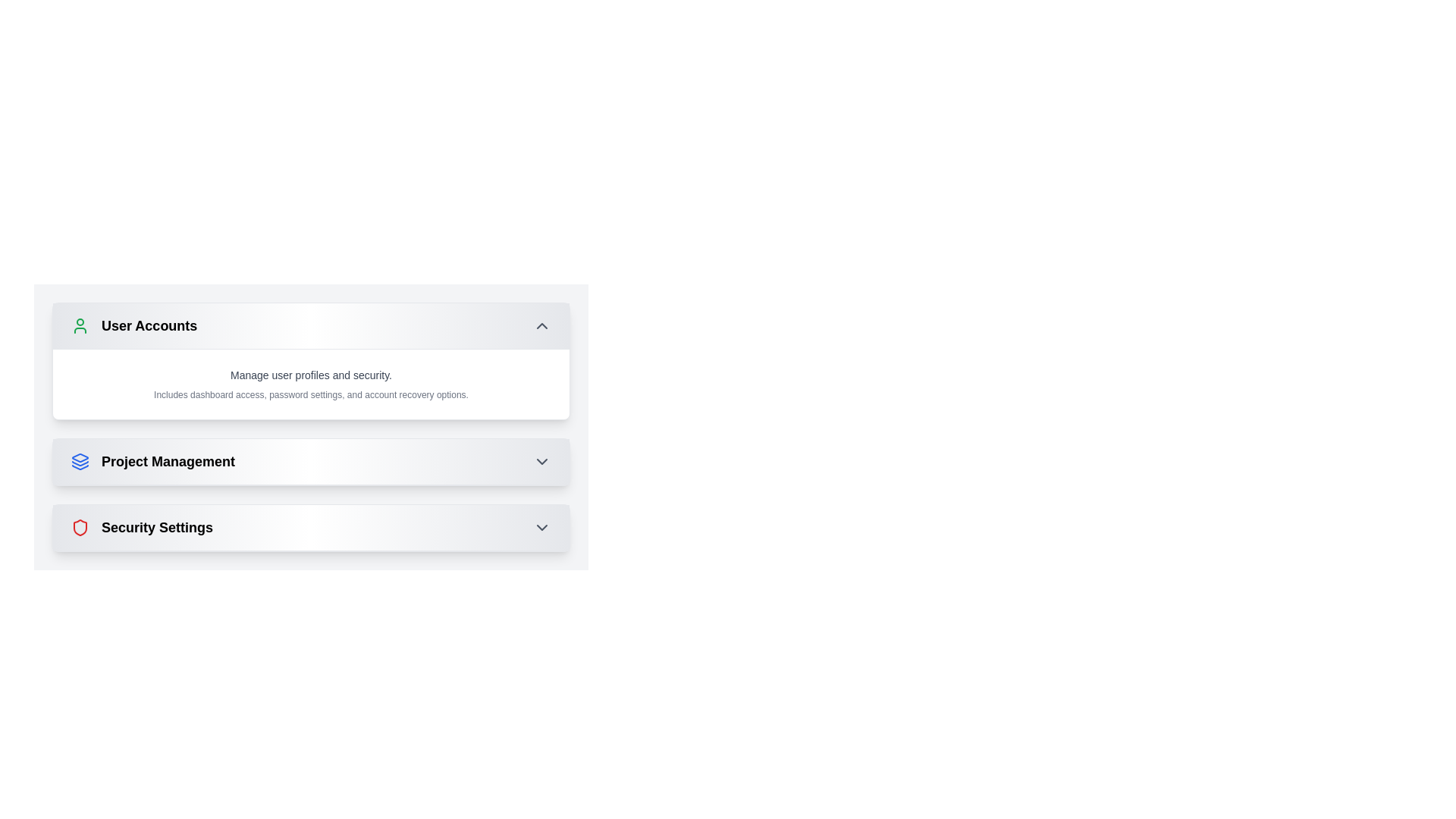 The height and width of the screenshot is (819, 1456). What do you see at coordinates (542, 526) in the screenshot?
I see `the downward-facing gray chevron icon located at the far right of the 'Security Settings' section header` at bounding box center [542, 526].